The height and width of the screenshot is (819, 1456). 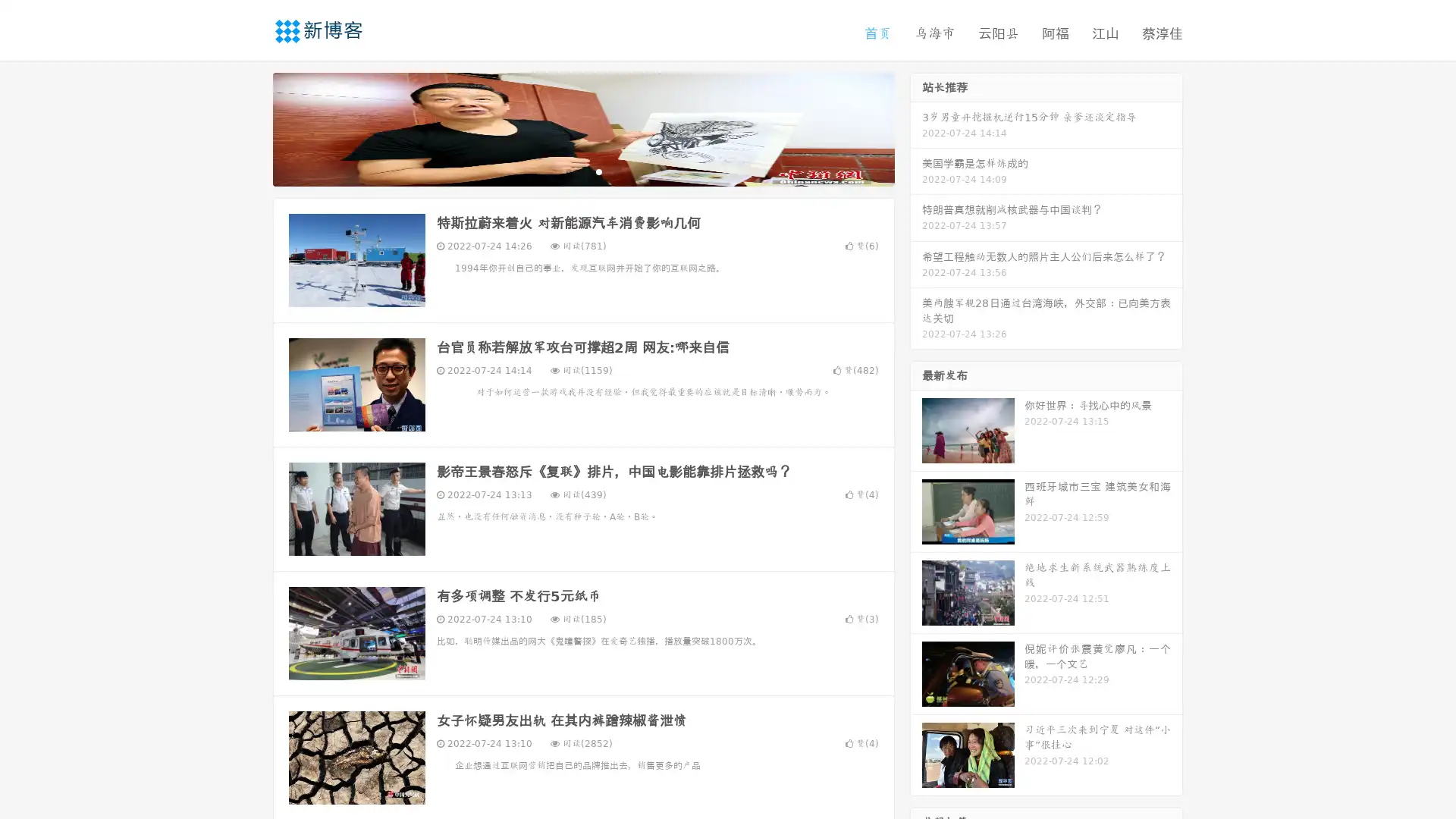 What do you see at coordinates (567, 171) in the screenshot?
I see `Go to slide 1` at bounding box center [567, 171].